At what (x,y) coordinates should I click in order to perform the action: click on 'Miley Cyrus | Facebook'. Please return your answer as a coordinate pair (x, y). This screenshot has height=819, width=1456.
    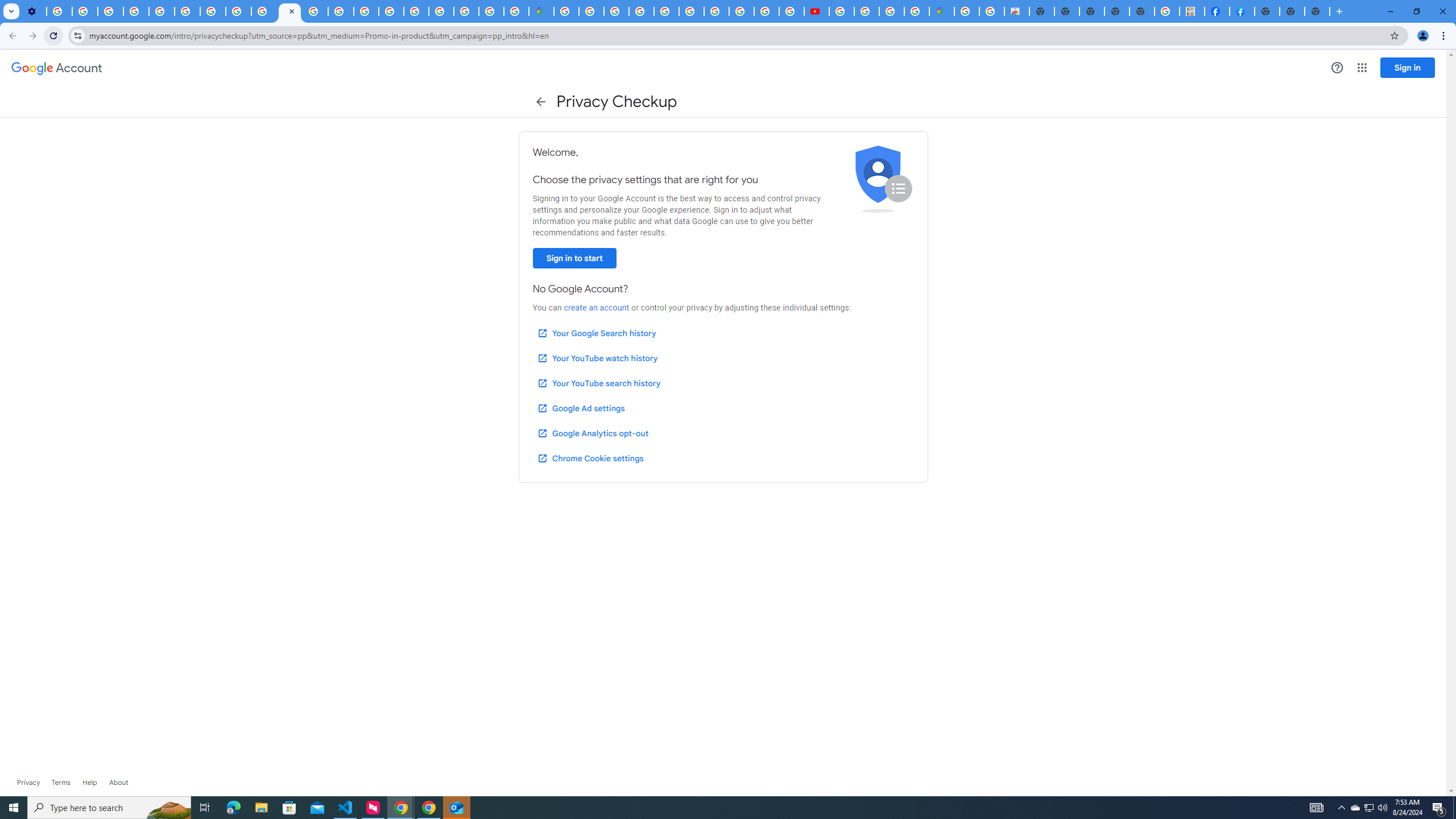
    Looking at the image, I should click on (1217, 11).